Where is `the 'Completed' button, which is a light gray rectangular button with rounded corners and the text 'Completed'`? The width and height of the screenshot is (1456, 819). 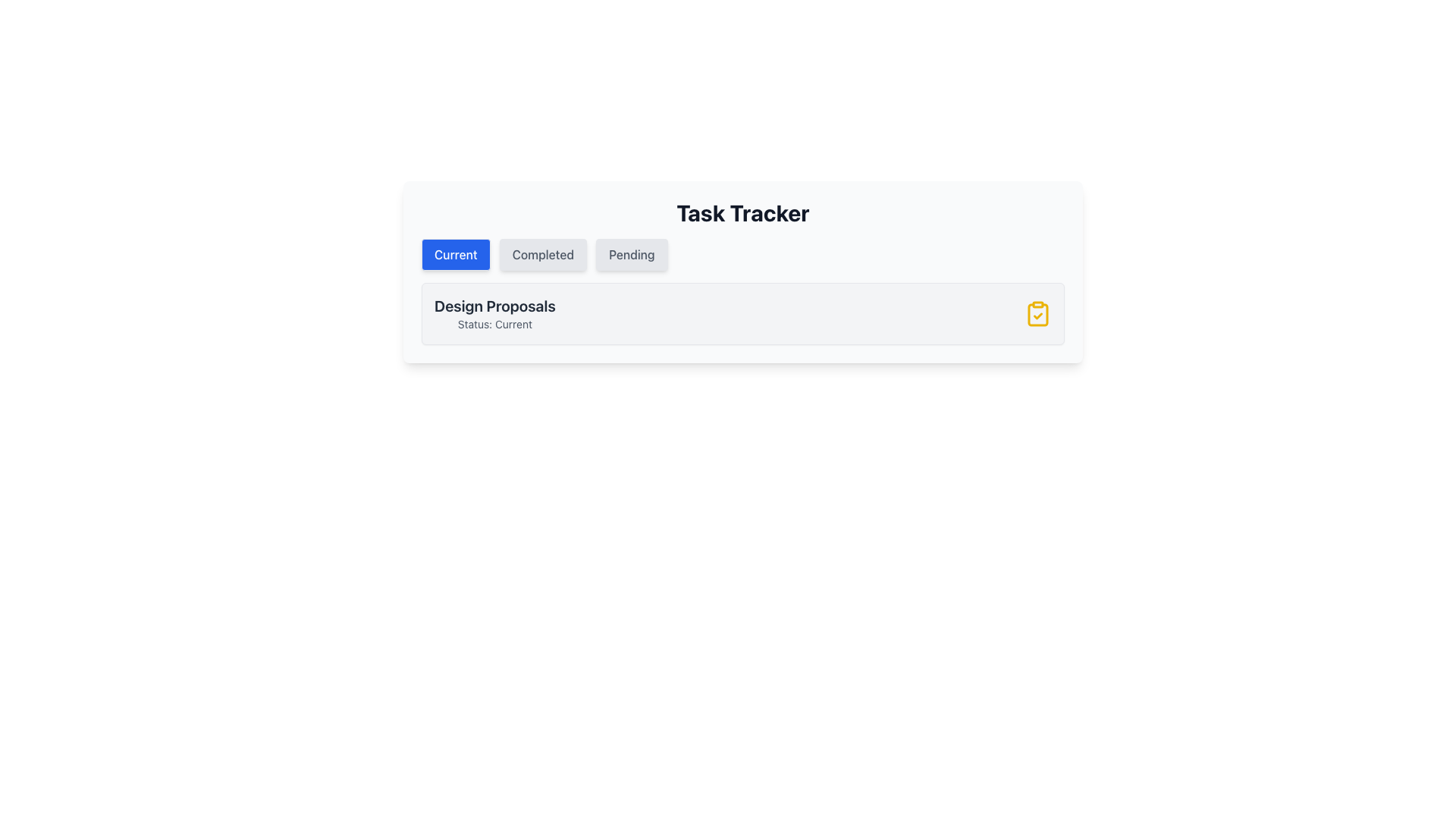 the 'Completed' button, which is a light gray rectangular button with rounded corners and the text 'Completed' is located at coordinates (543, 253).